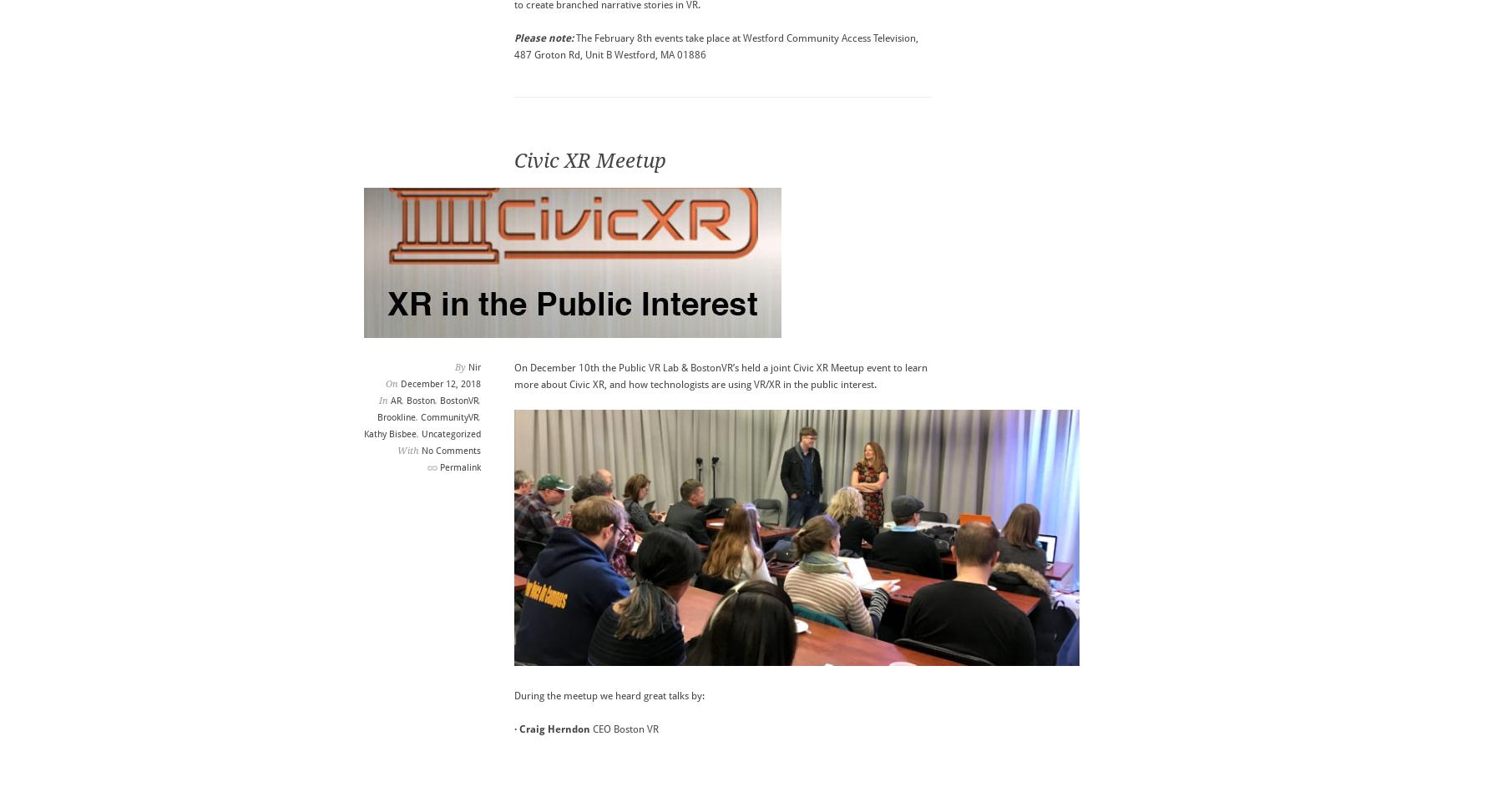  Describe the element at coordinates (395, 416) in the screenshot. I see `'Brookline'` at that location.